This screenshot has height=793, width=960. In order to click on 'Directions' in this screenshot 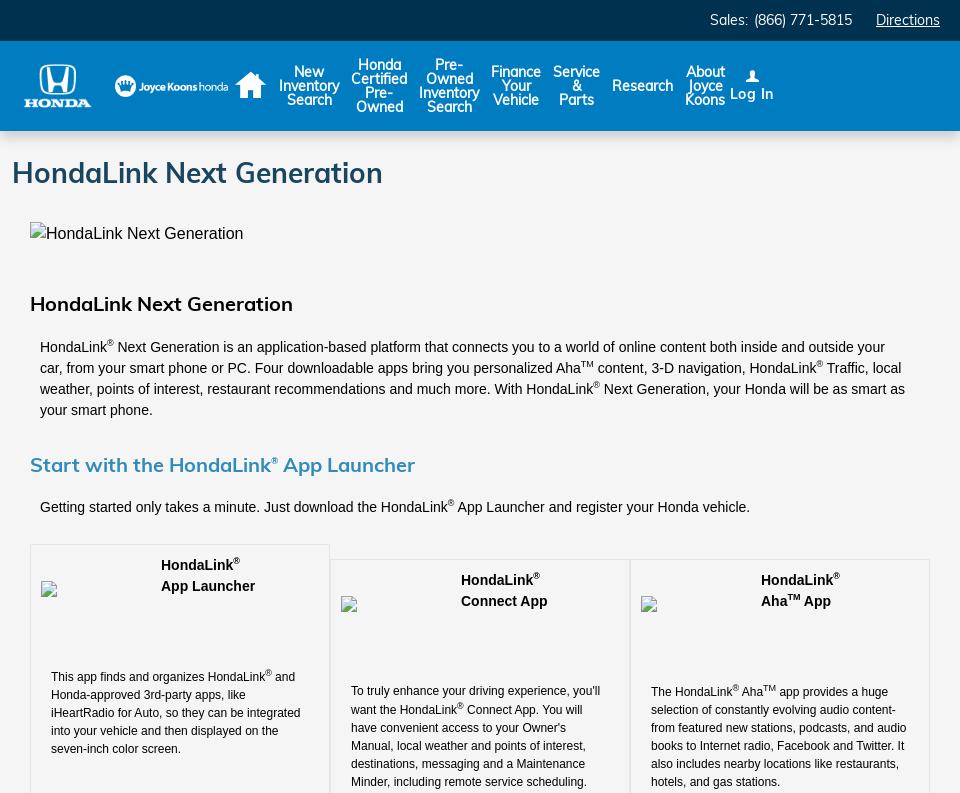, I will do `click(875, 18)`.